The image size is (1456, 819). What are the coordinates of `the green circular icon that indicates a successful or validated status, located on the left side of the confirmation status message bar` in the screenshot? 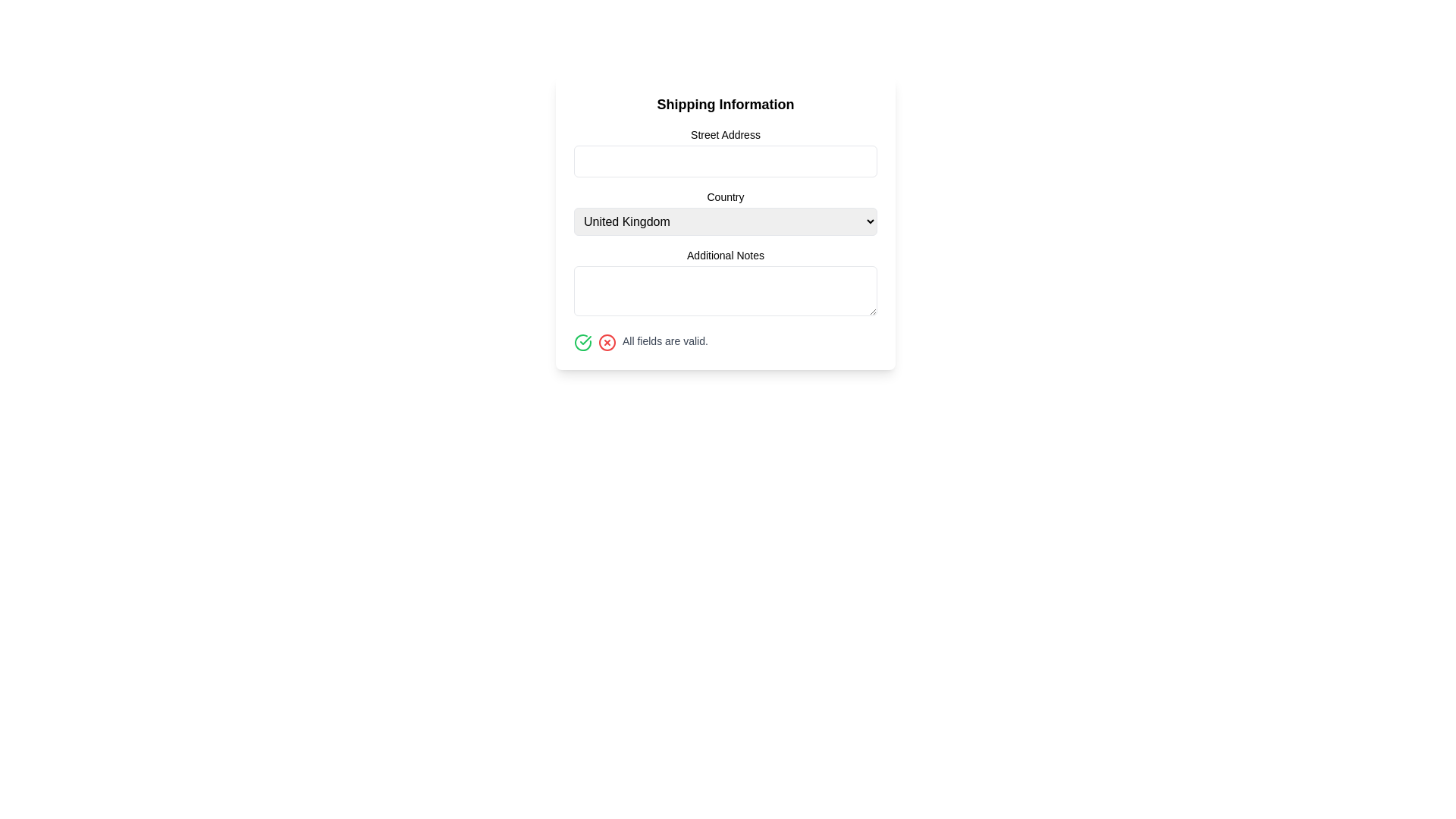 It's located at (585, 339).